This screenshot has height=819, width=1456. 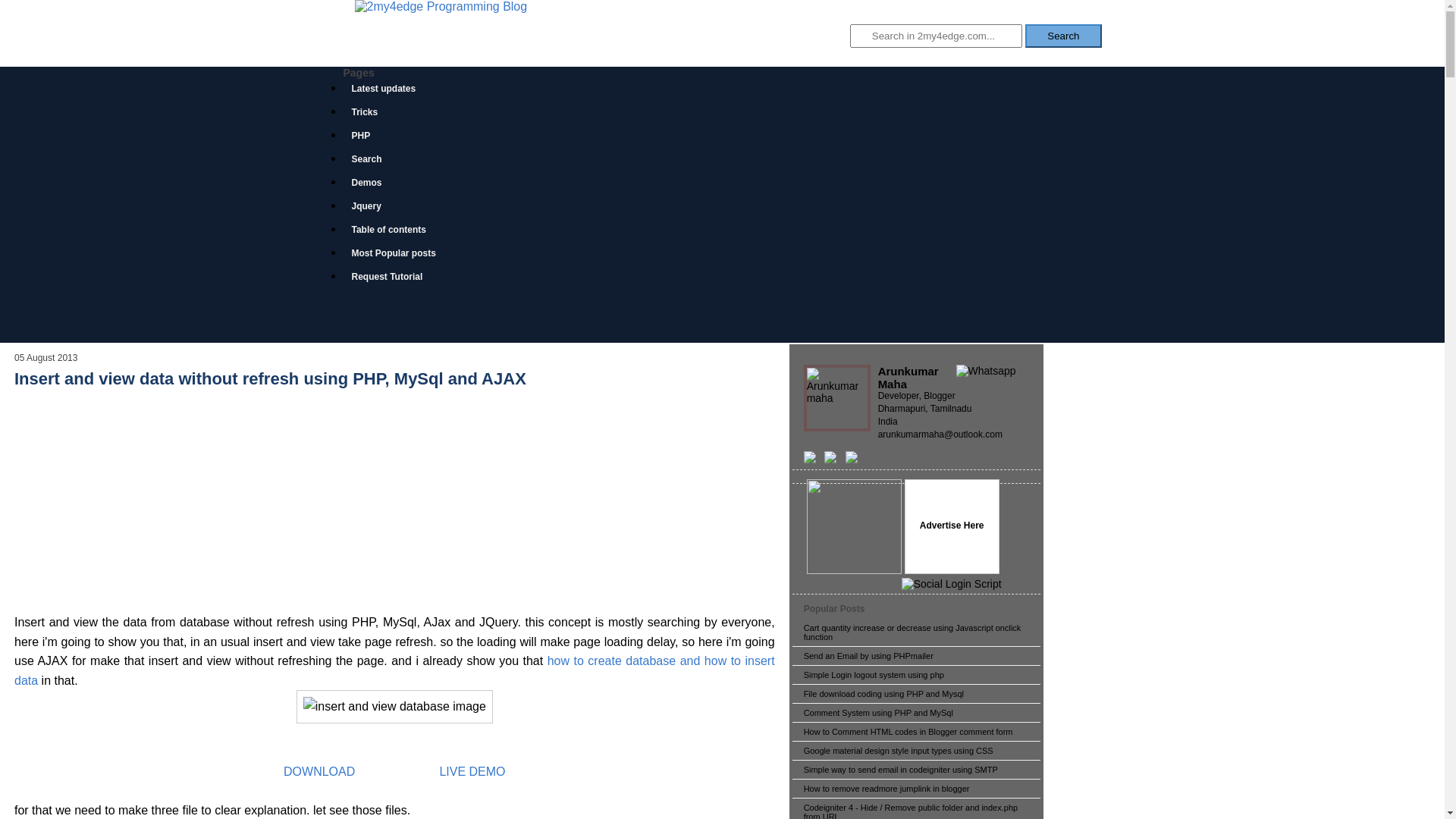 What do you see at coordinates (341, 231) in the screenshot?
I see `'Table of contents'` at bounding box center [341, 231].